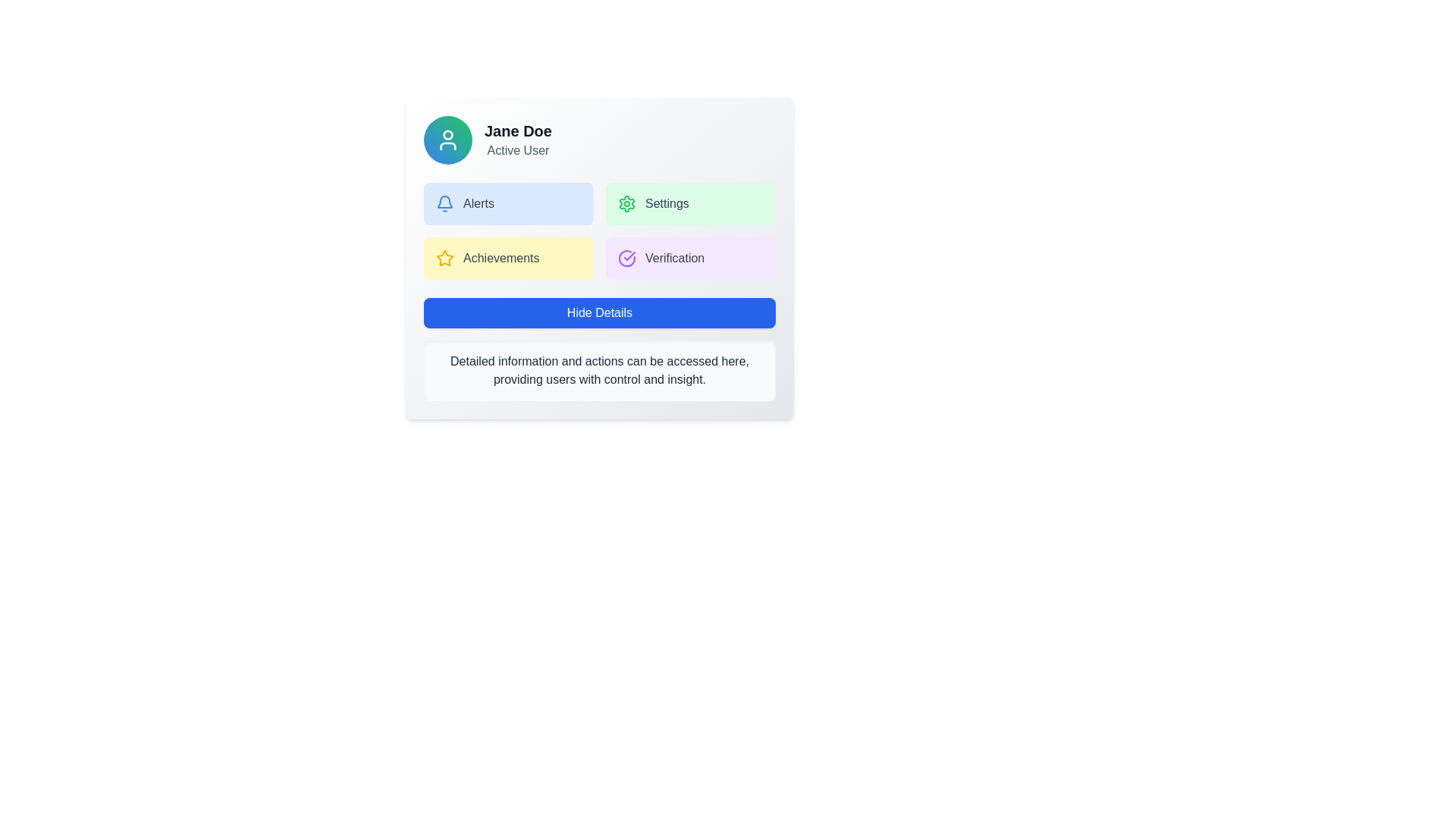  What do you see at coordinates (626, 203) in the screenshot?
I see `the green gear icon that resembles a settings symbol located in the upper-right area of the card layout, aligned with the 'Settings' label` at bounding box center [626, 203].